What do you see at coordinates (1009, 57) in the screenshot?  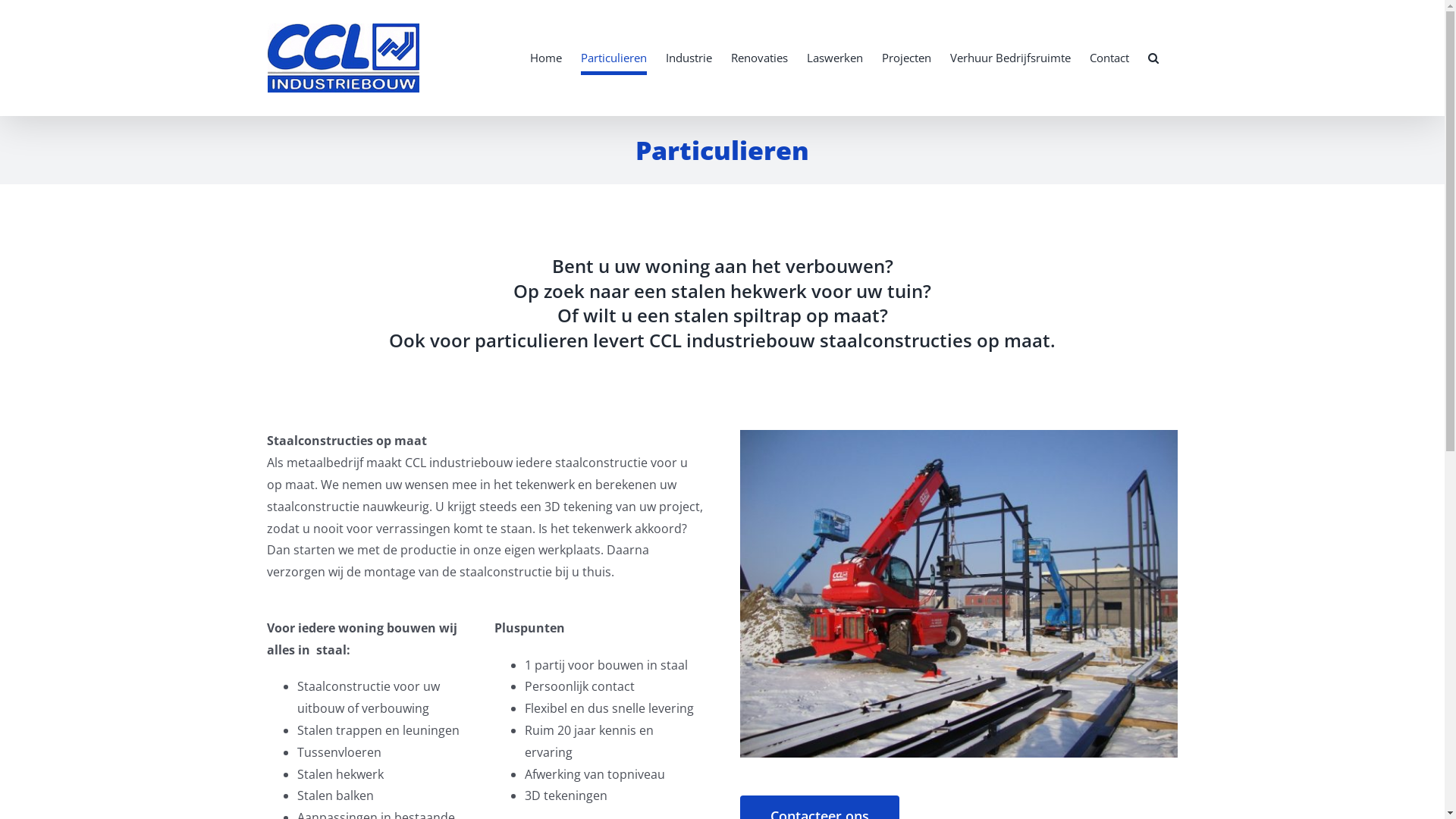 I see `'Verhuur Bedrijfsruimte'` at bounding box center [1009, 57].